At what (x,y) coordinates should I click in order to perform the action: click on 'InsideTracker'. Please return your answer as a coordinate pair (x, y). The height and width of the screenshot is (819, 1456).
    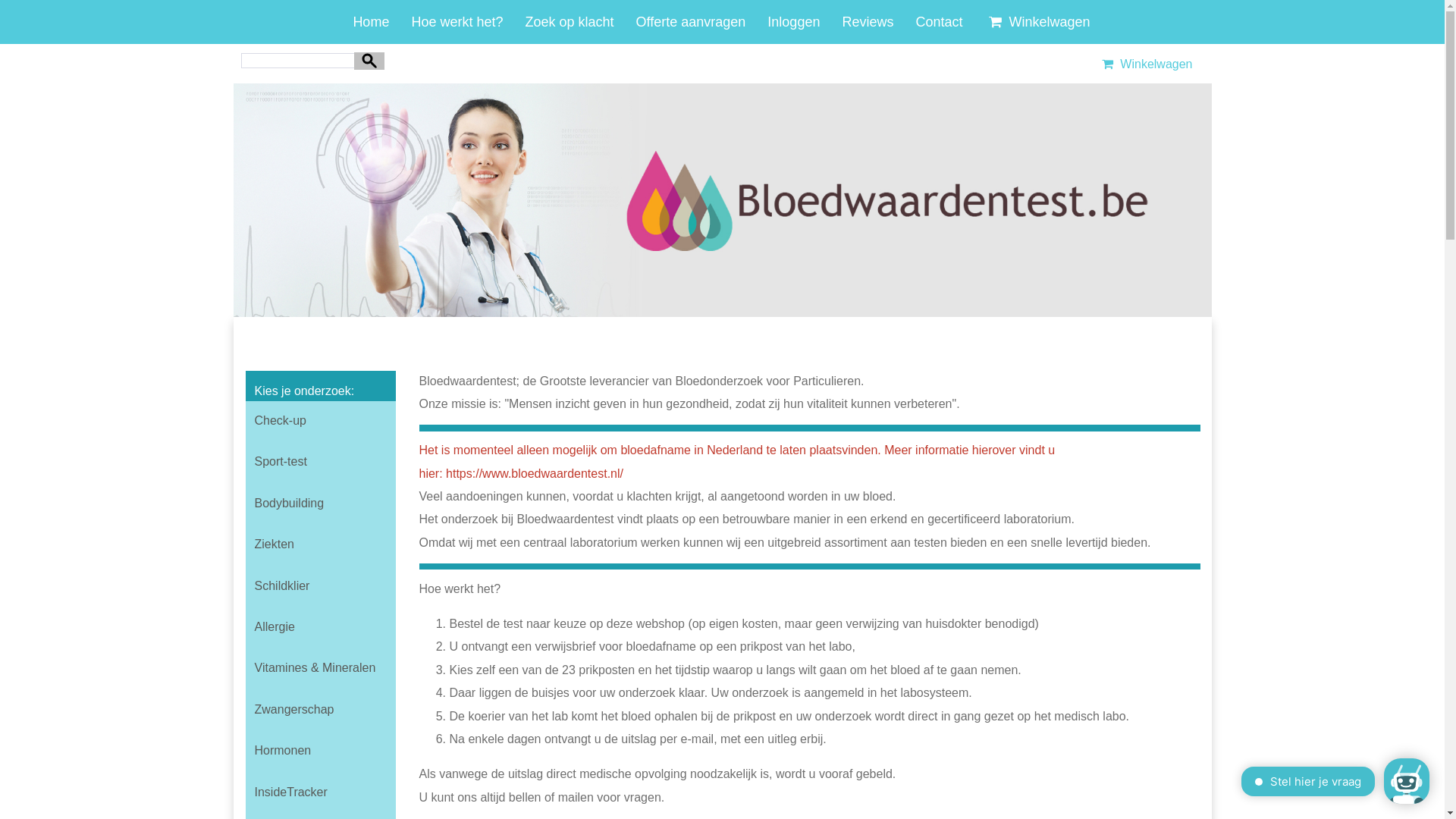
    Looking at the image, I should click on (319, 792).